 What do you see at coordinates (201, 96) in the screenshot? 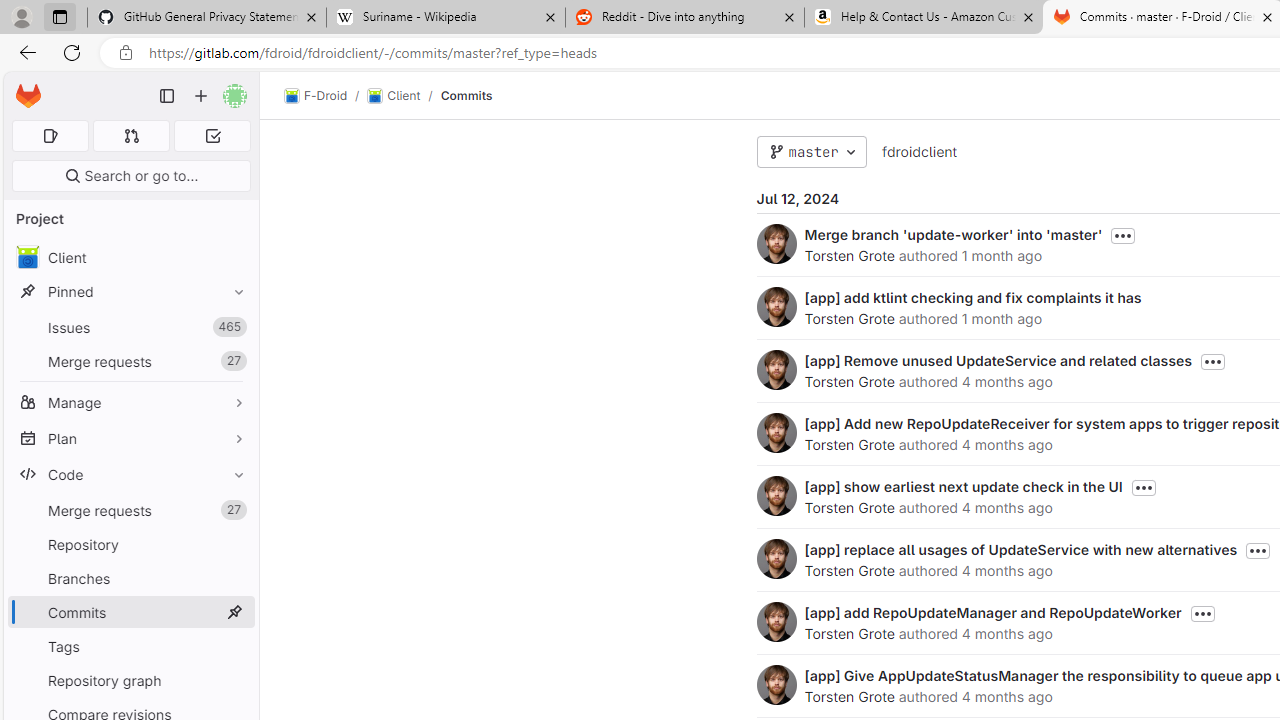
I see `'Create new...'` at bounding box center [201, 96].